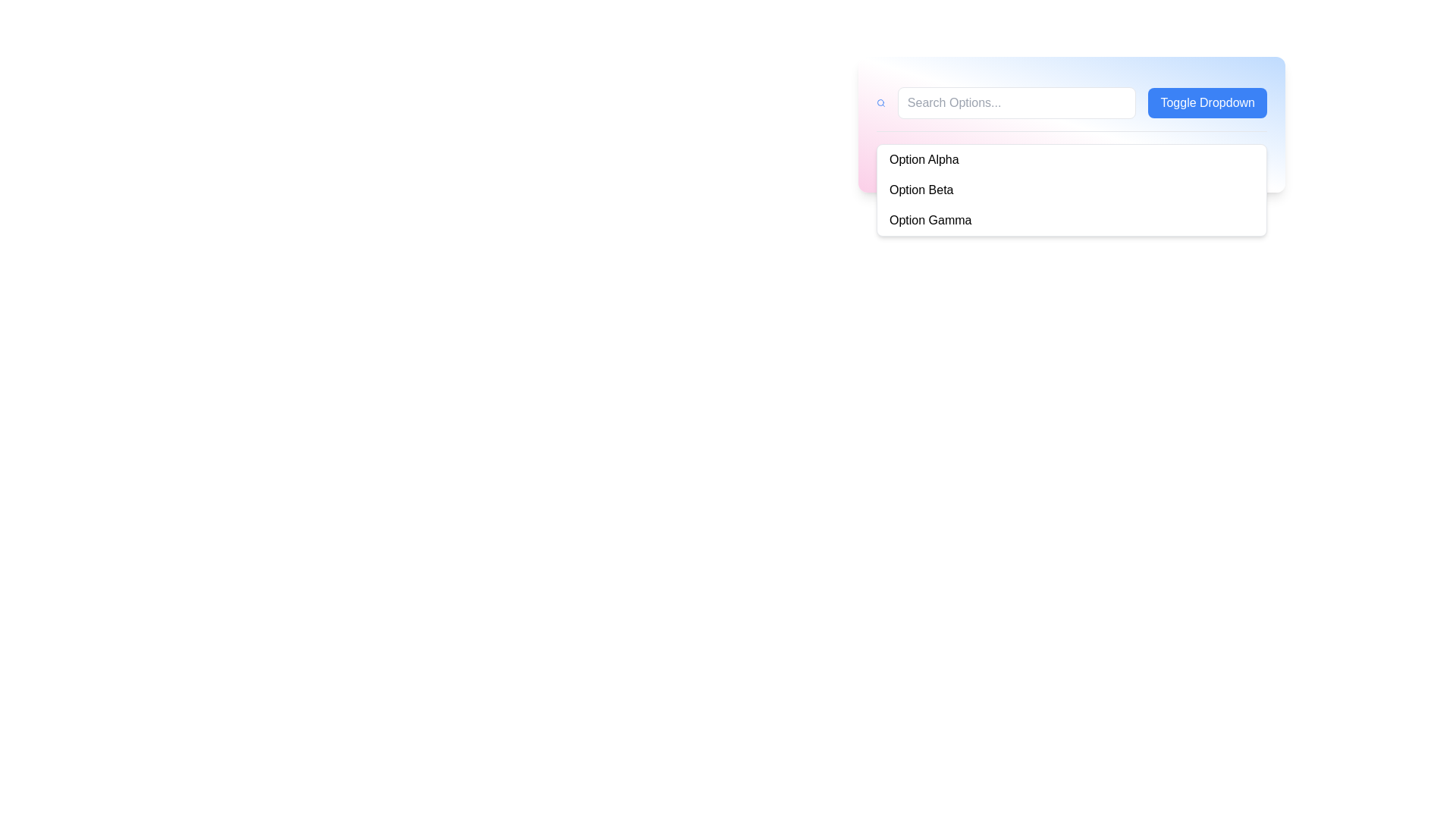 The width and height of the screenshot is (1456, 819). Describe the element at coordinates (1071, 160) in the screenshot. I see `the first entry in the dropdown menu located directly below the 'Search Options' field` at that location.